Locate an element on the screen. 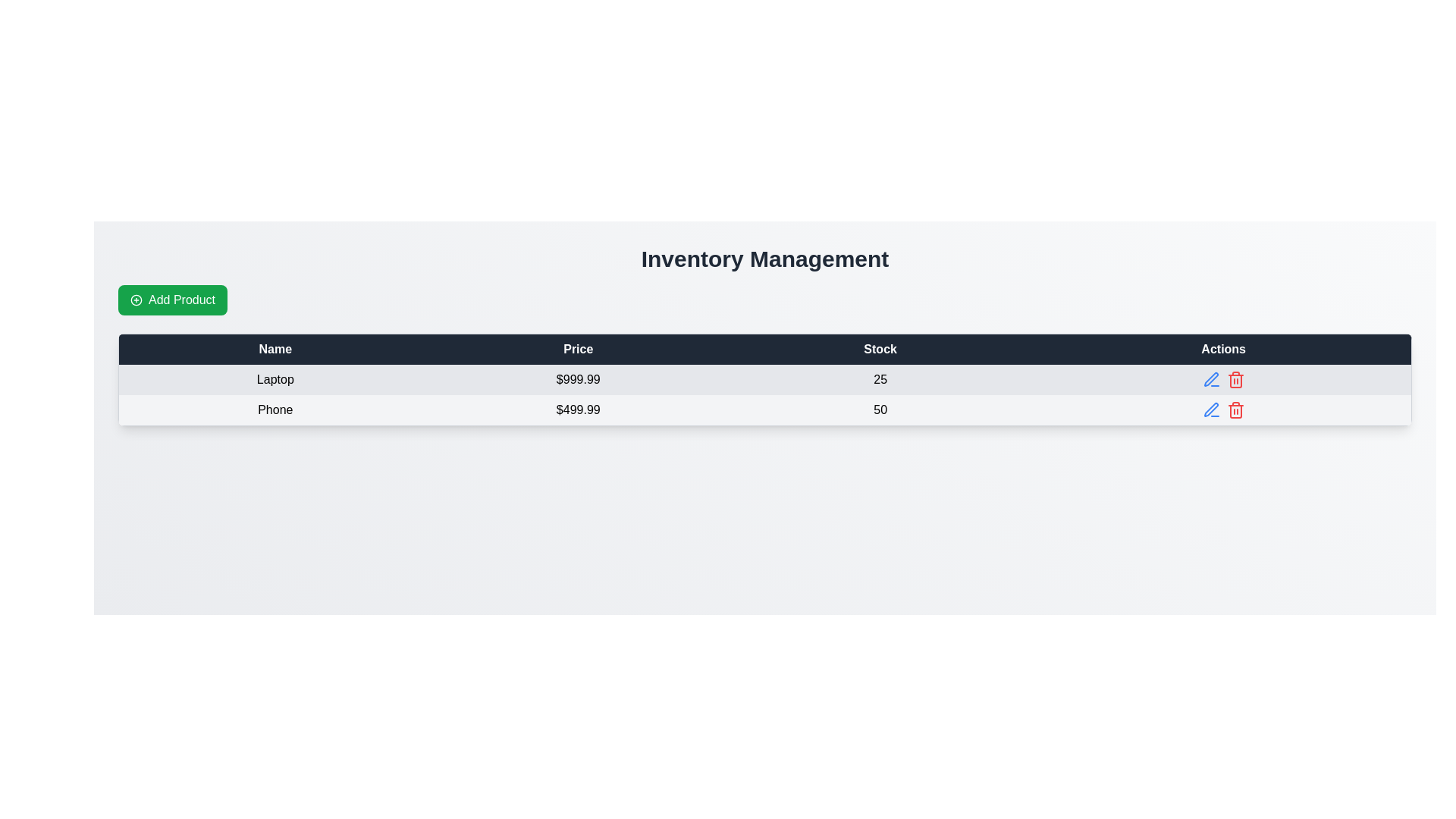  the first row of the Inventory Management table containing 'Laptop', '$999.99', and '25' is located at coordinates (764, 379).